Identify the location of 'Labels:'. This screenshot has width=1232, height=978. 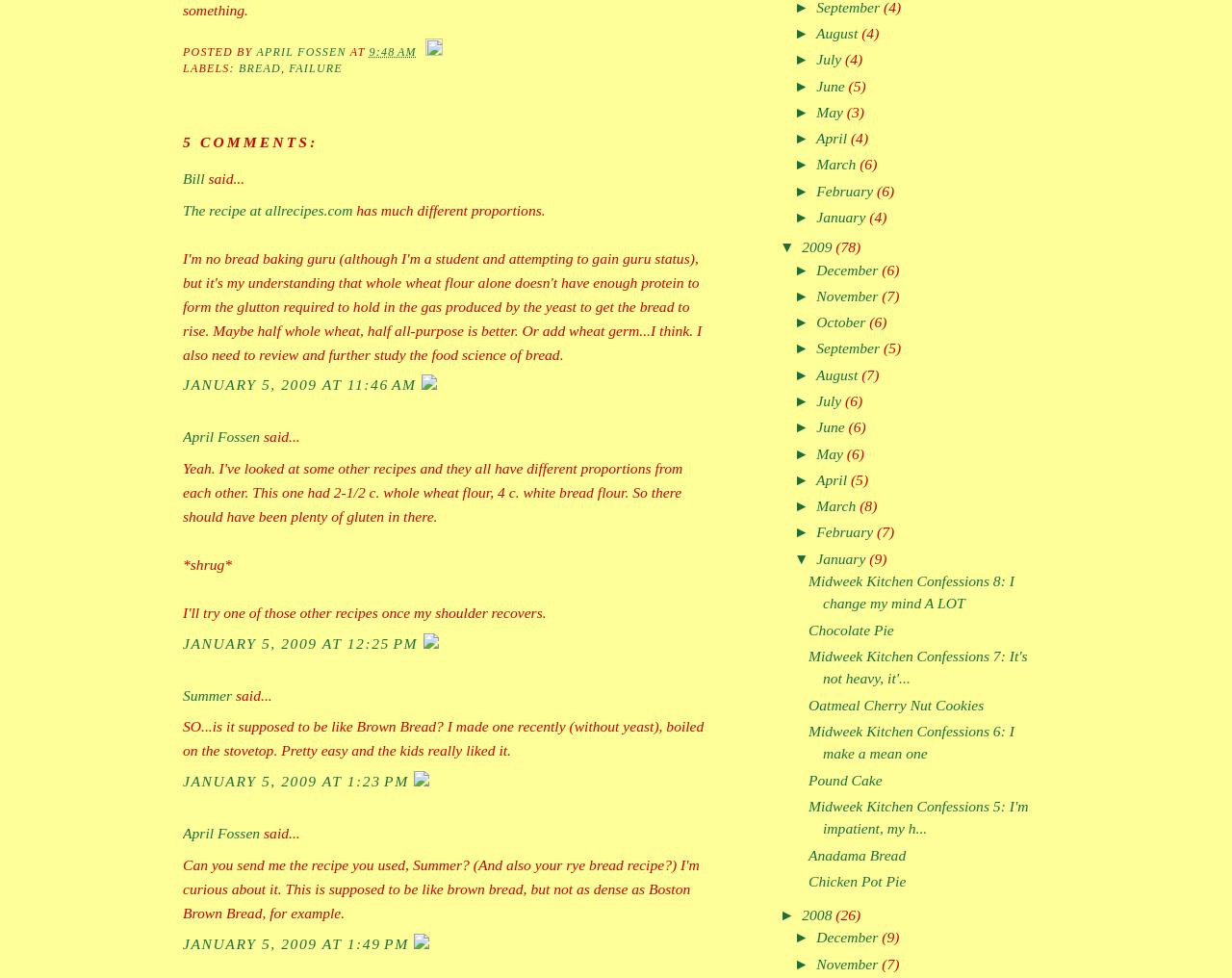
(182, 68).